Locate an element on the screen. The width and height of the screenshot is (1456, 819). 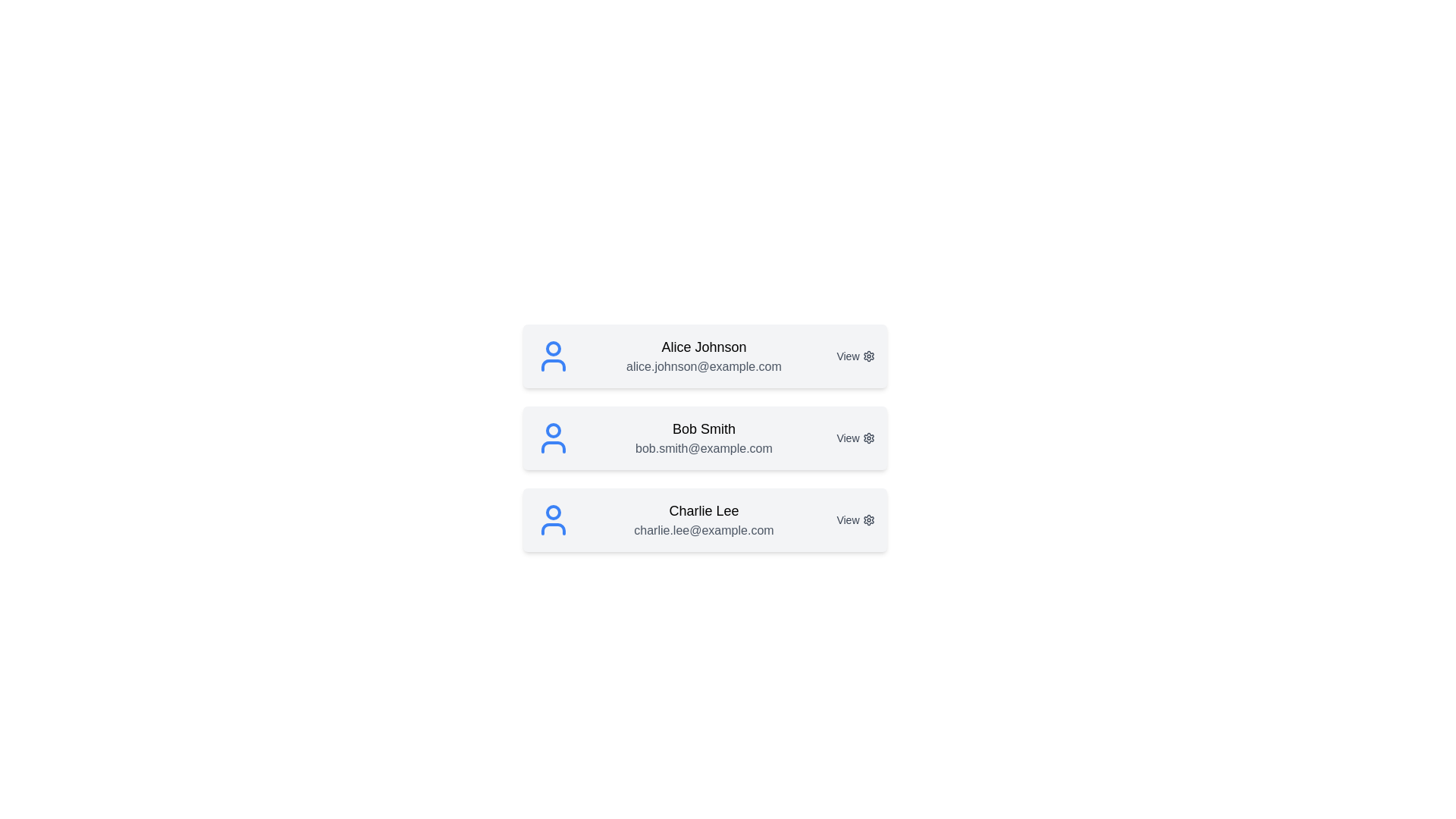
the text label displaying 'charlie.lee@example.com' which is styled in gray and positioned below 'Charlie Lee' within the contact card is located at coordinates (703, 529).